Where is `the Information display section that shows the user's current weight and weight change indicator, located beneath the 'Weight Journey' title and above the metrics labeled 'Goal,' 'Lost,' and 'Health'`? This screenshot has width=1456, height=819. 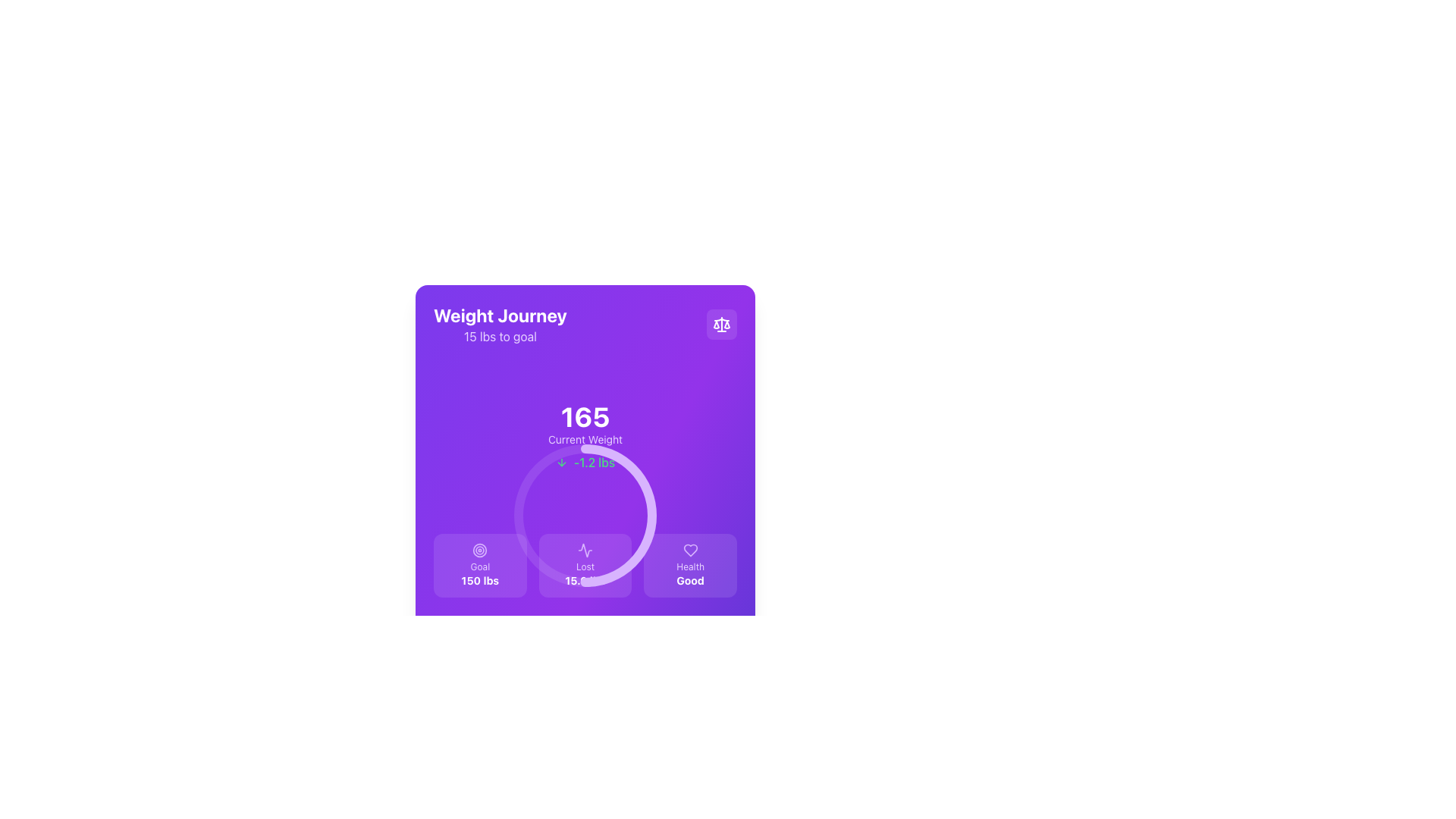
the Information display section that shows the user's current weight and weight change indicator, located beneath the 'Weight Journey' title and above the metrics labeled 'Goal,' 'Lost,' and 'Health' is located at coordinates (585, 436).